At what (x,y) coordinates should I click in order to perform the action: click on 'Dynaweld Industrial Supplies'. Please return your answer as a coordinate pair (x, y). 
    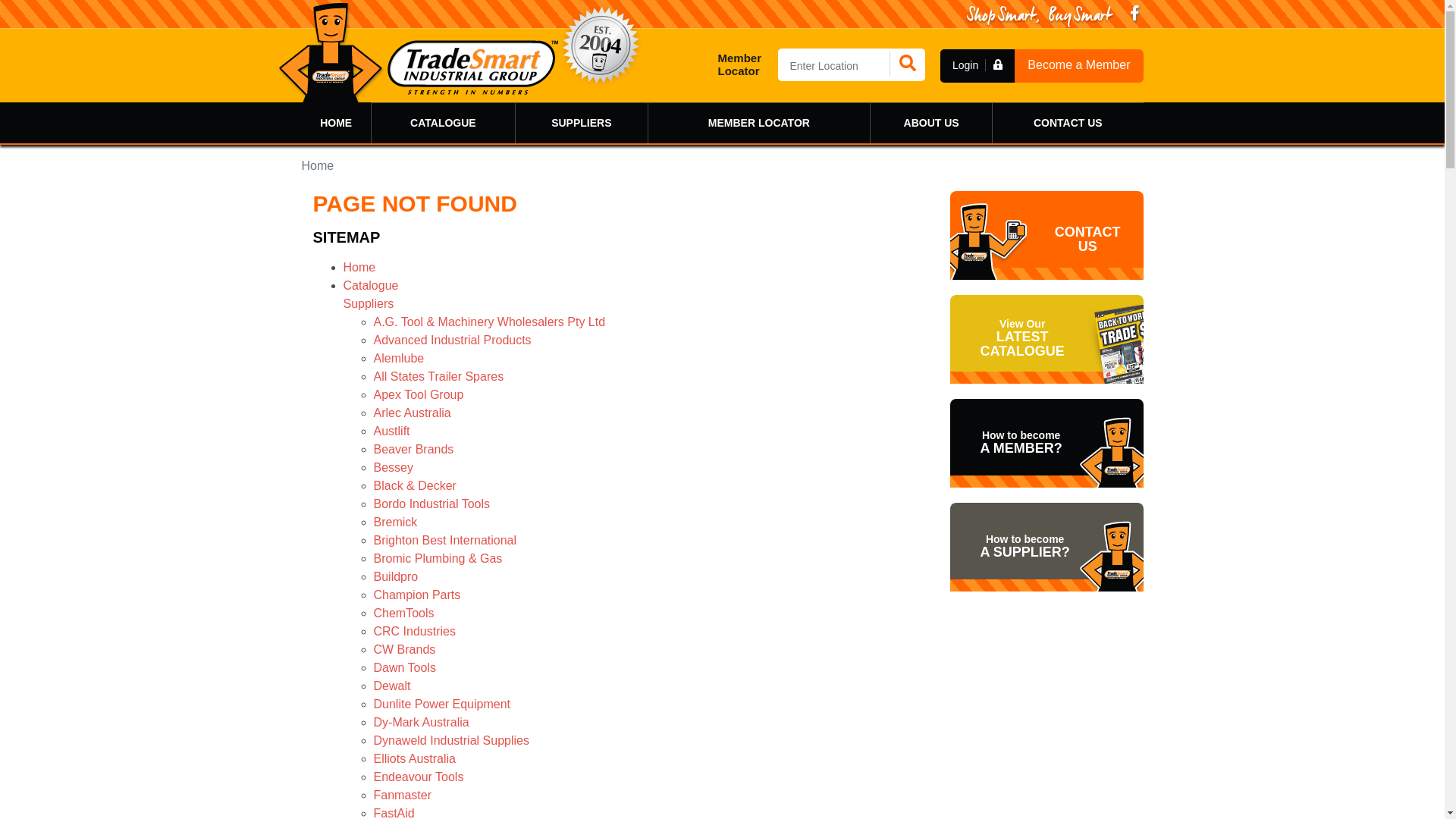
    Looking at the image, I should click on (450, 739).